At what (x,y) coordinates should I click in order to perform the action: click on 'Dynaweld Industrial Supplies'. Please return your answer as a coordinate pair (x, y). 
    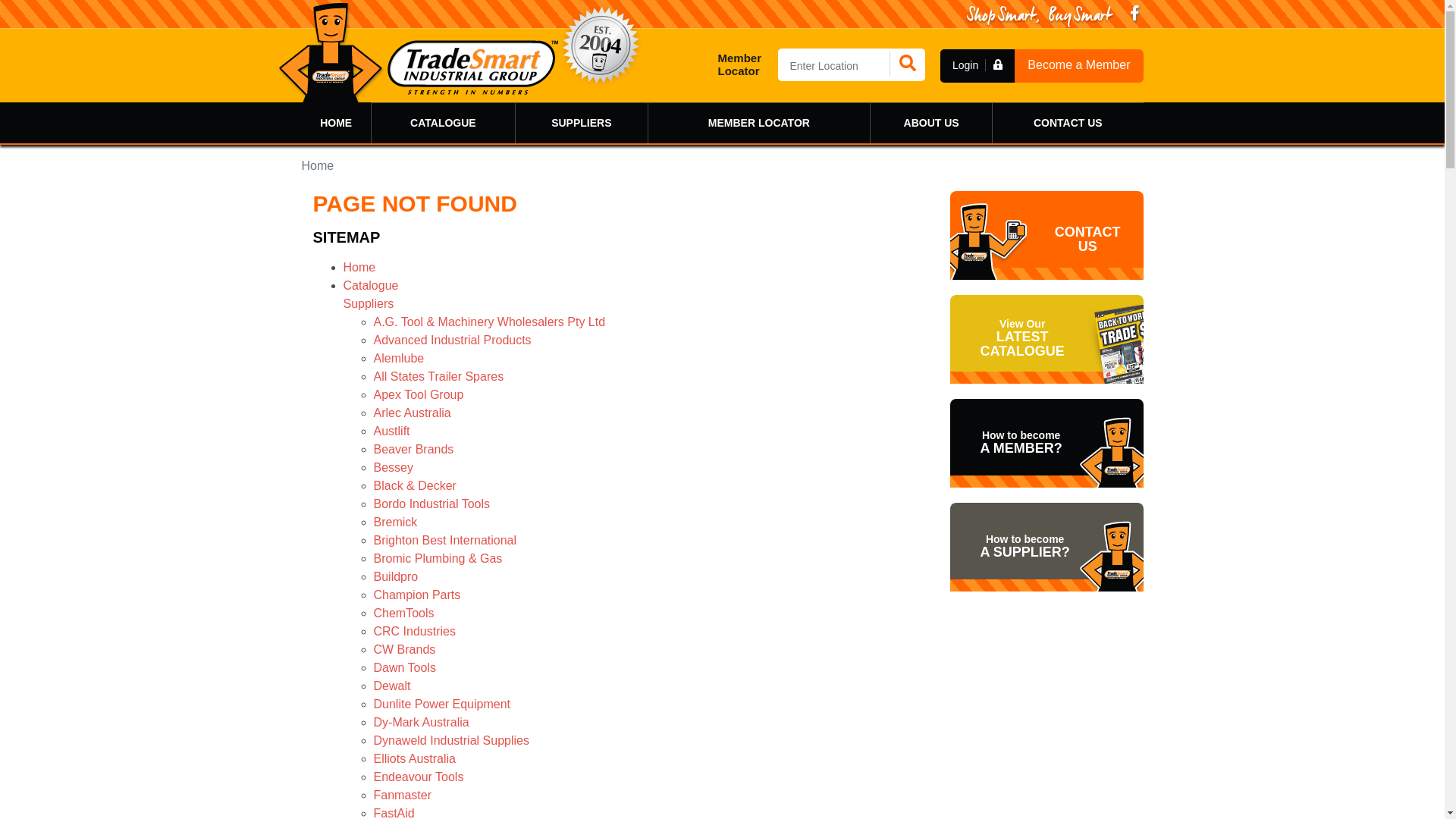
    Looking at the image, I should click on (450, 739).